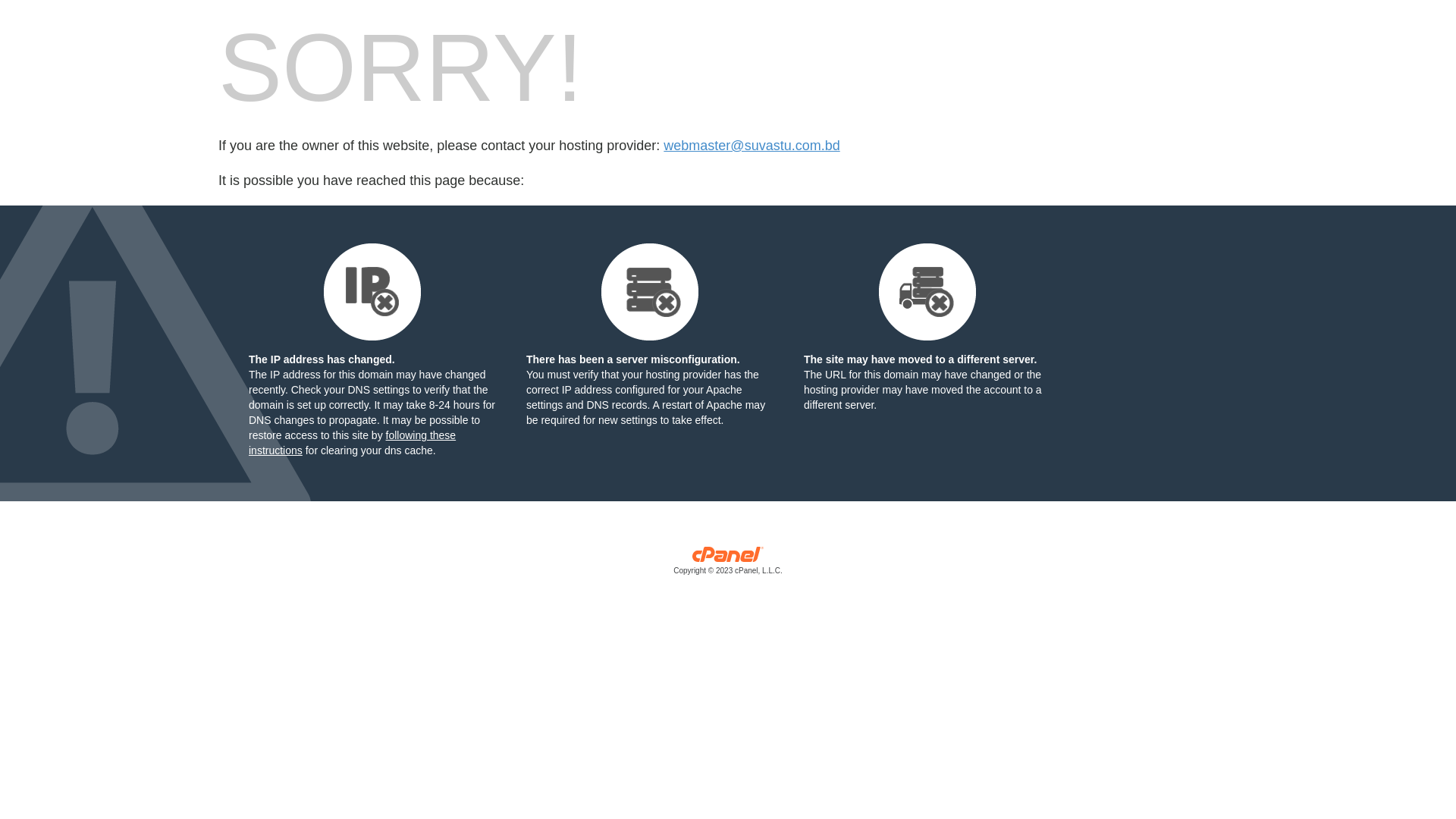  I want to click on 'webmaster@suvastu.com.bd', so click(751, 146).